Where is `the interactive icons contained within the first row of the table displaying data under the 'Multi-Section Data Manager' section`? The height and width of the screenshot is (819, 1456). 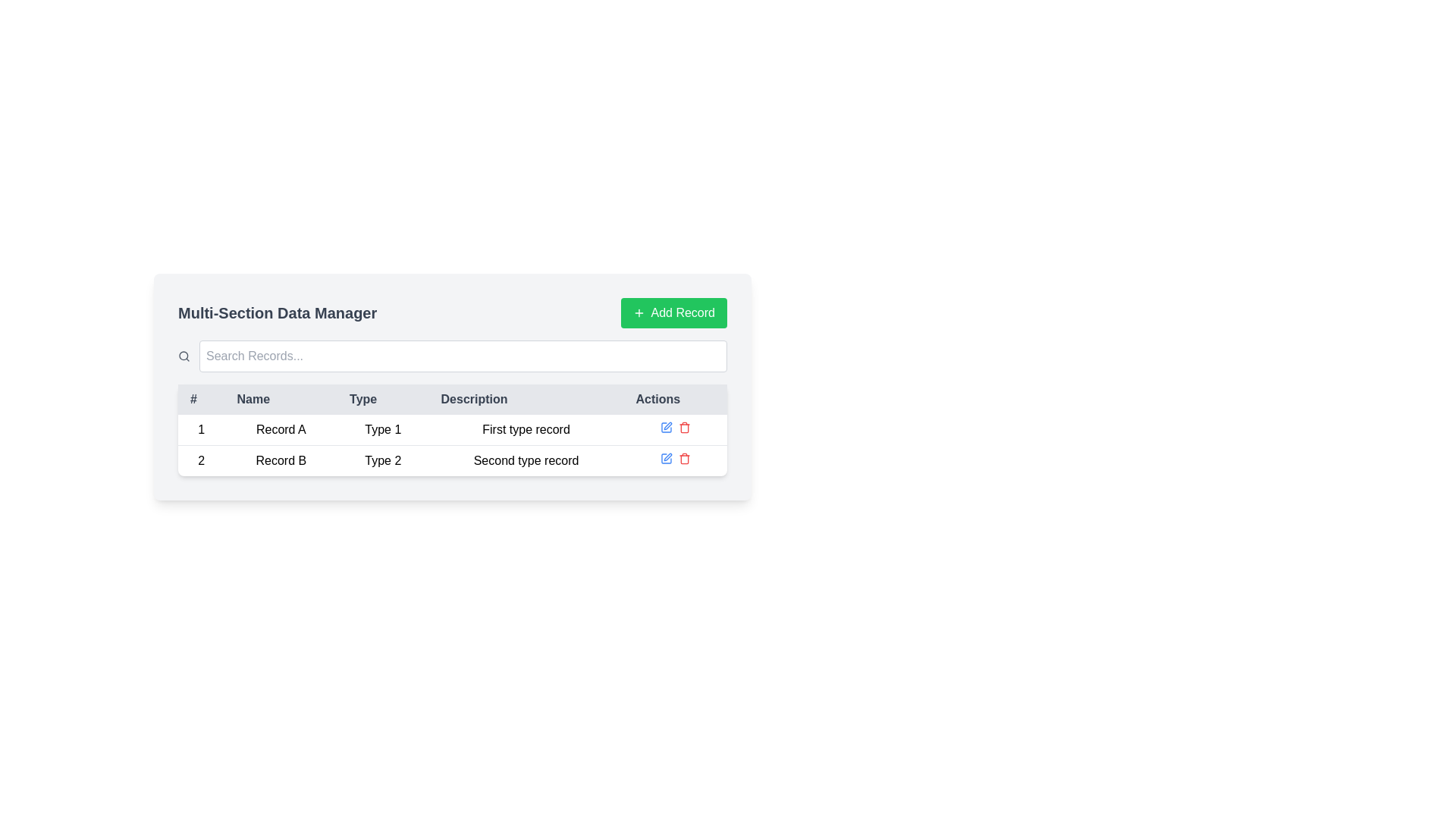
the interactive icons contained within the first row of the table displaying data under the 'Multi-Section Data Manager' section is located at coordinates (451, 444).